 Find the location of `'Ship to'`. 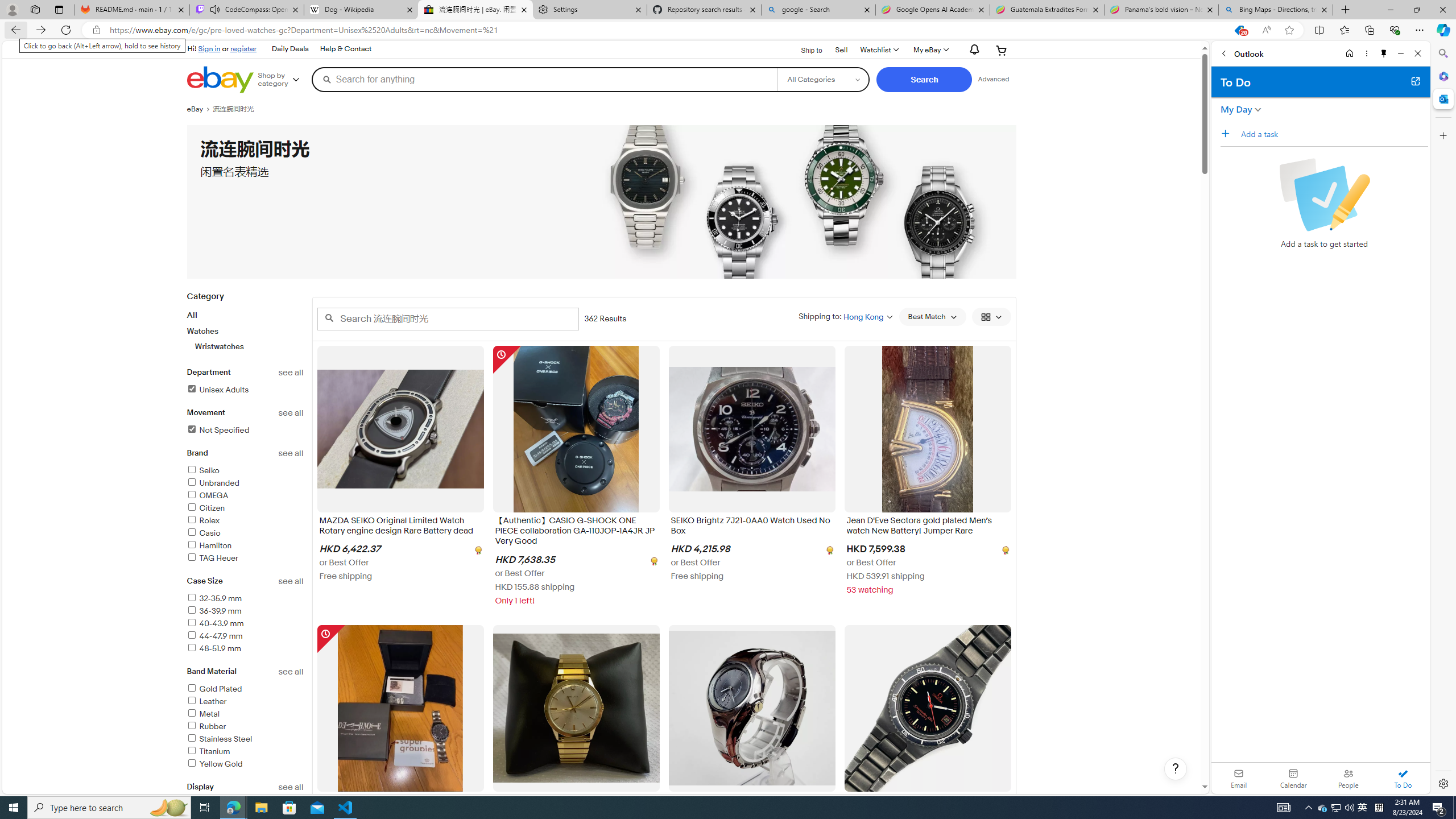

'Ship to' is located at coordinates (804, 49).